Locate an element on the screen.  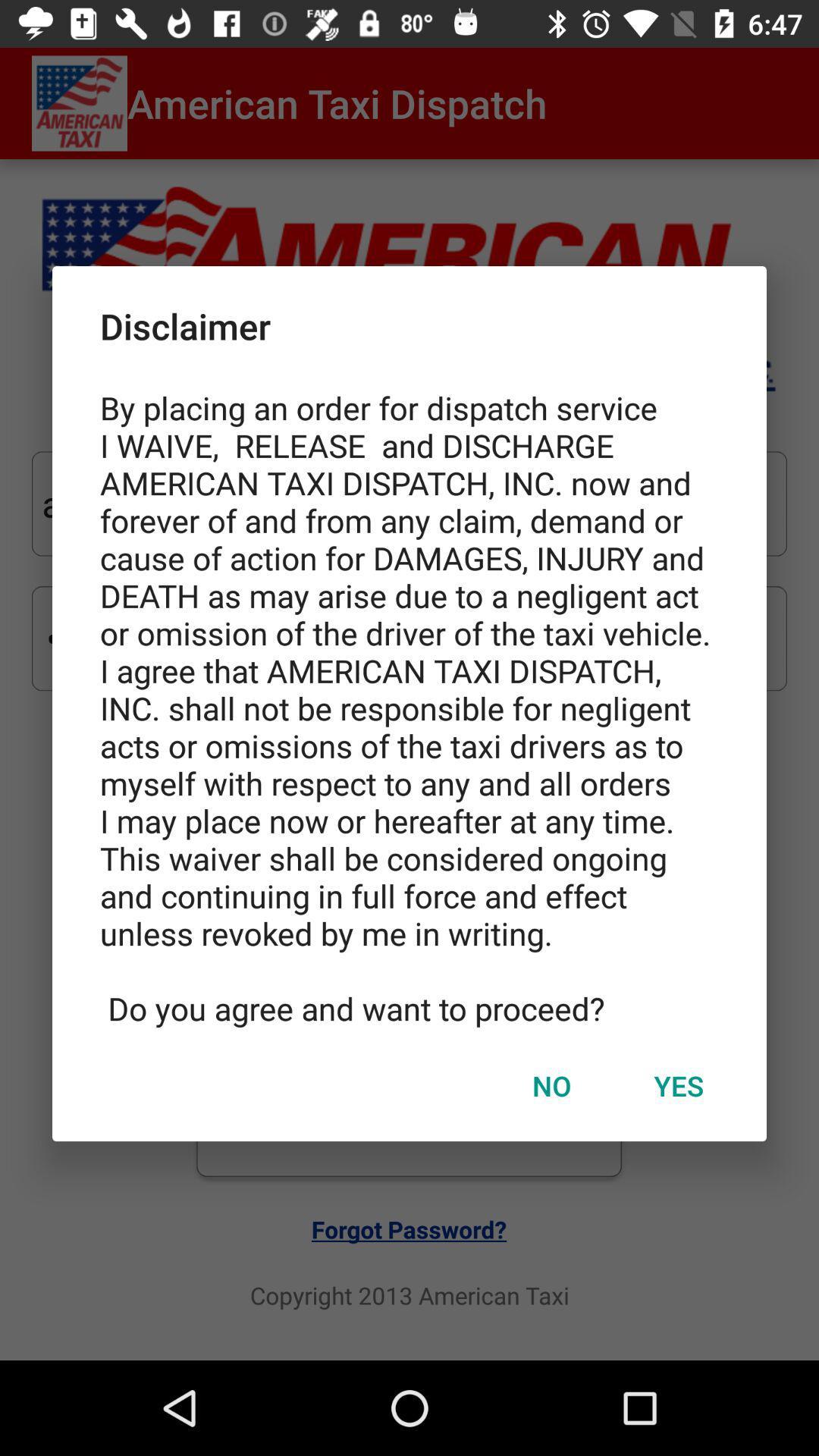
icon below by placing an is located at coordinates (678, 1084).